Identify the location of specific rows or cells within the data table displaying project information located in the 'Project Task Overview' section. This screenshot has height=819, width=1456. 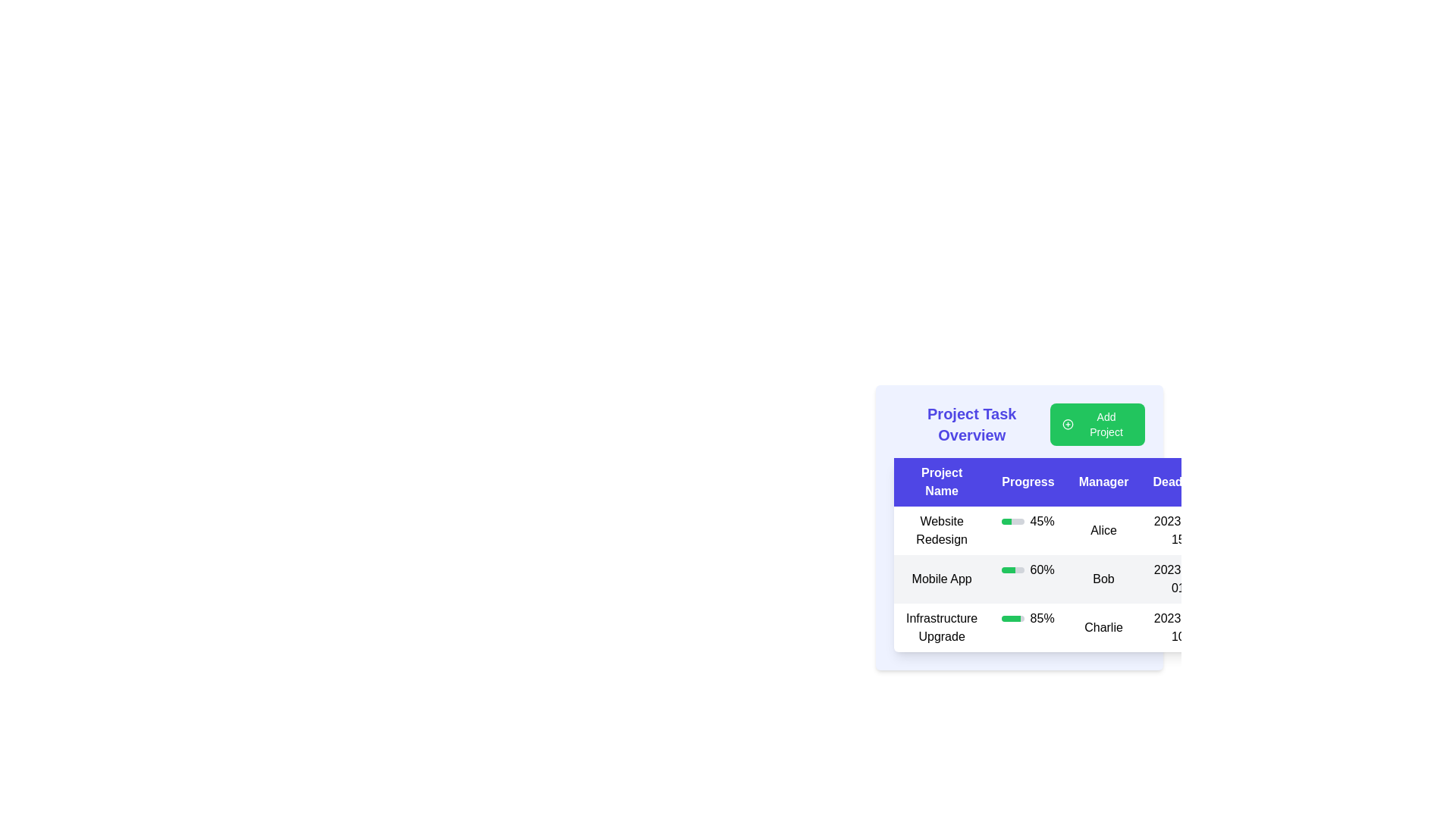
(1054, 555).